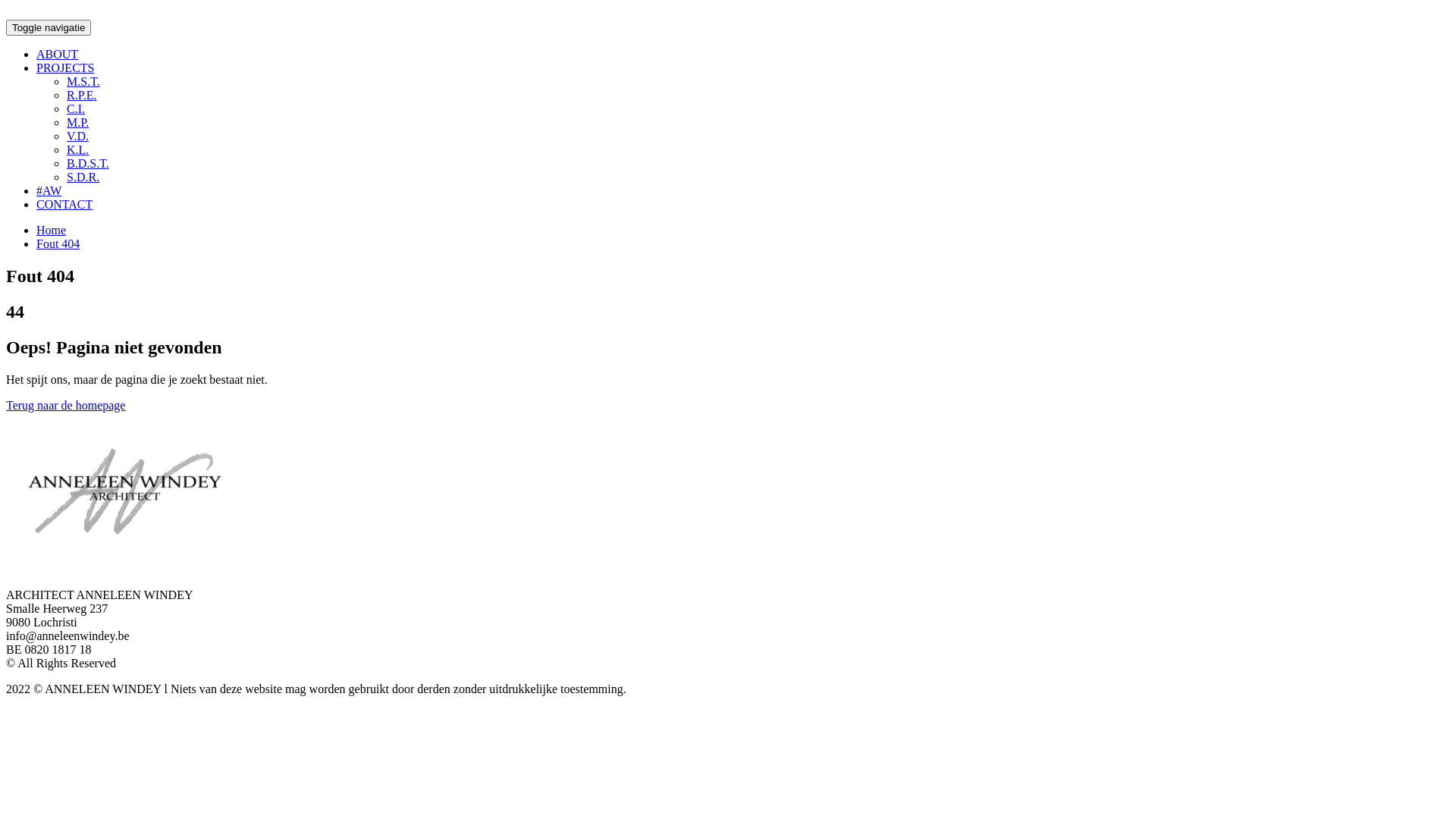  What do you see at coordinates (75, 108) in the screenshot?
I see `'C.I.'` at bounding box center [75, 108].